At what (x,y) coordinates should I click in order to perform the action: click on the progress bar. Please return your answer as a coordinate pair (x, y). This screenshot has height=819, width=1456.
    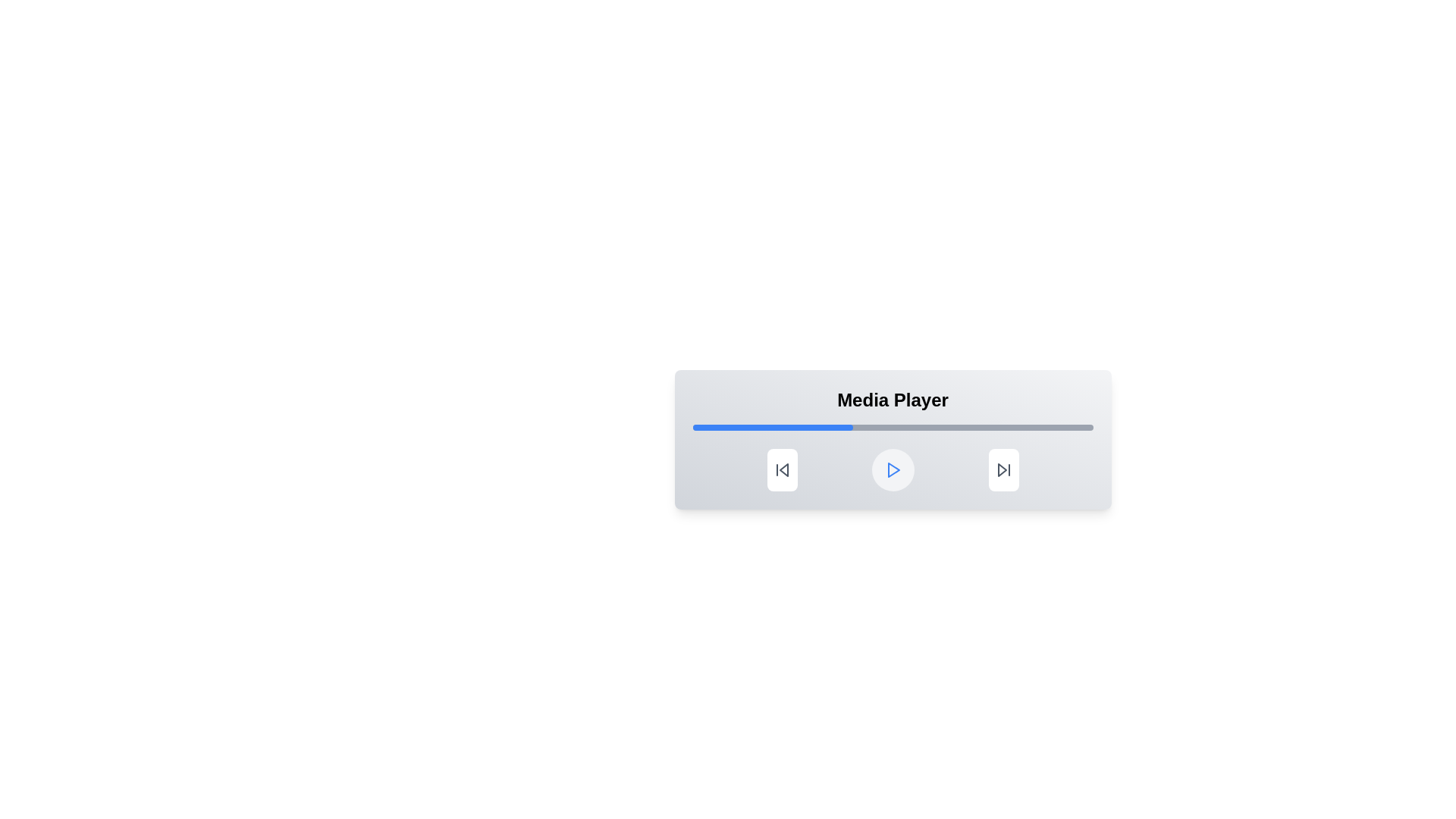
    Looking at the image, I should click on (1088, 427).